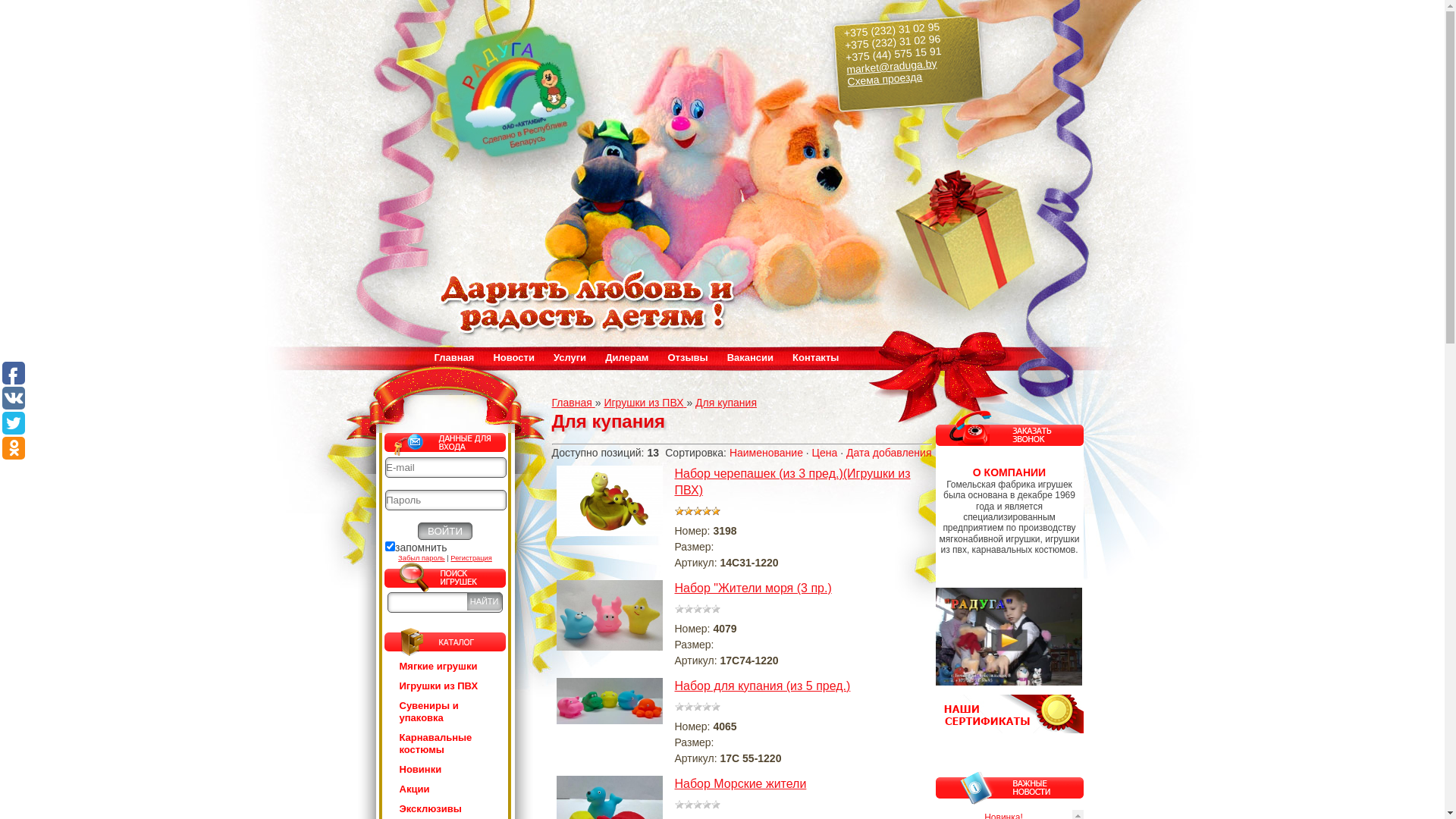  What do you see at coordinates (844, 62) in the screenshot?
I see `'market@raduga.by'` at bounding box center [844, 62].